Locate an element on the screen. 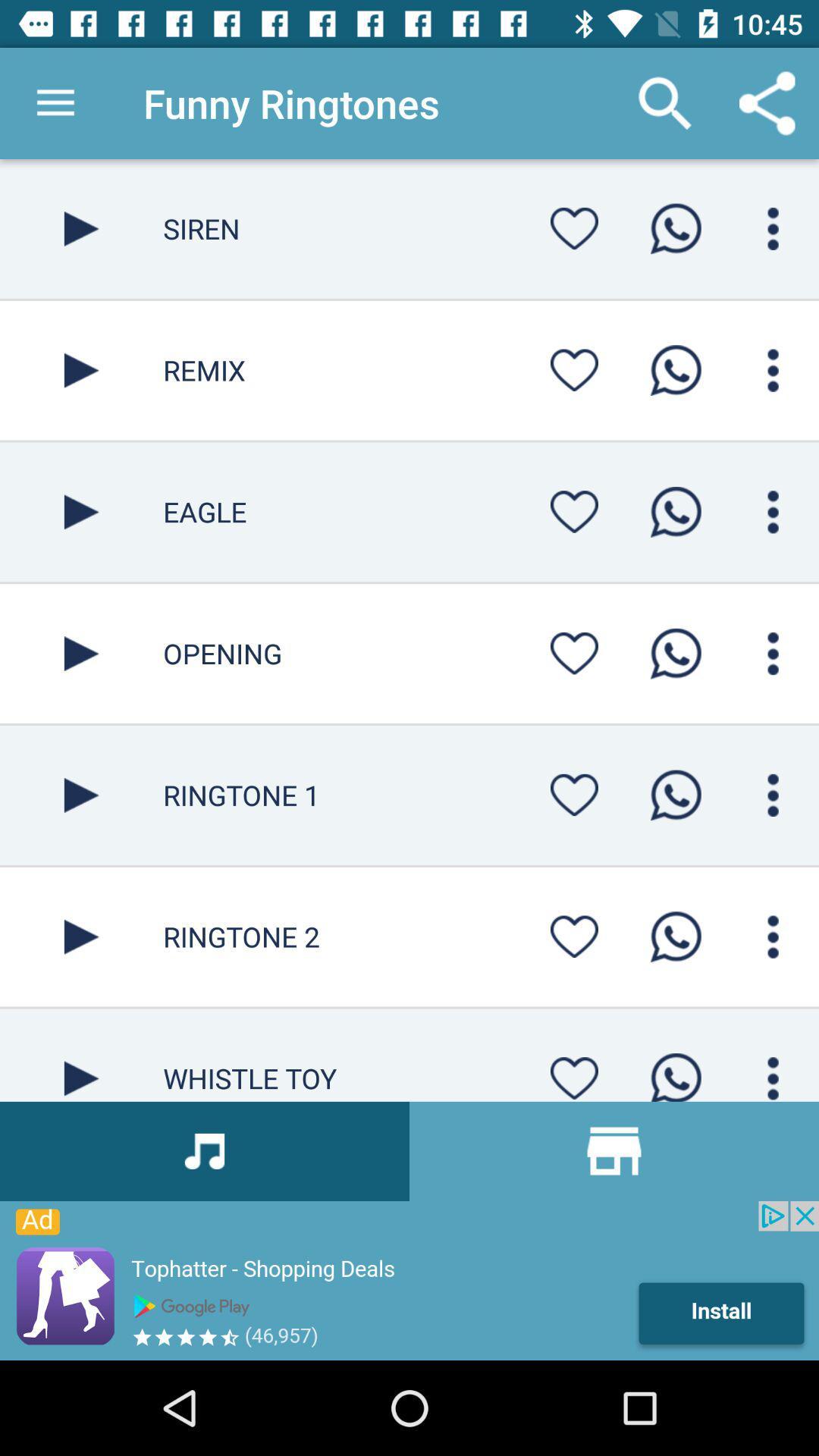 This screenshot has height=1456, width=819. control settings is located at coordinates (773, 1073).